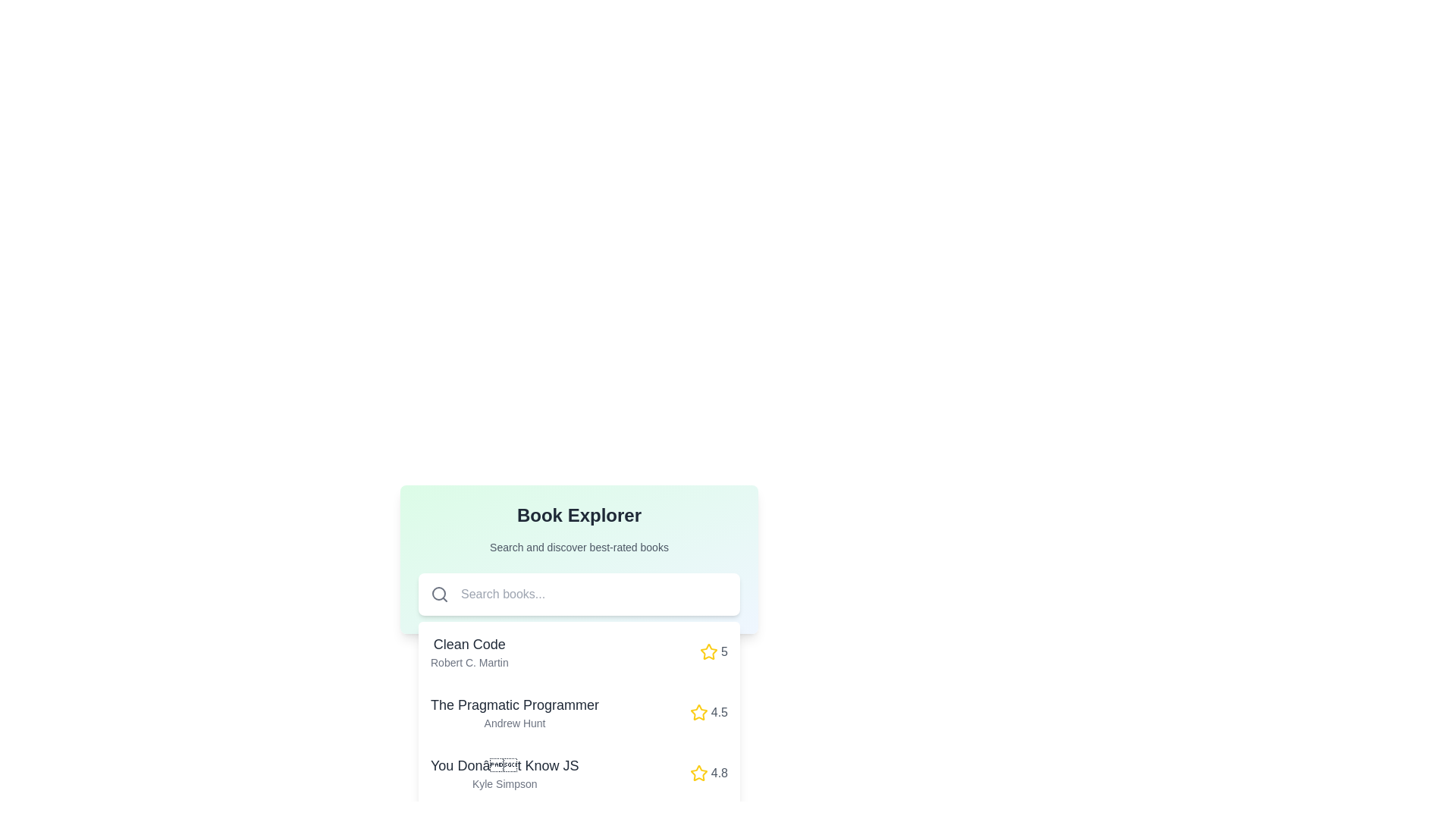 Image resolution: width=1456 pixels, height=819 pixels. Describe the element at coordinates (515, 713) in the screenshot. I see `the text label displaying 'The Pragmatic Programmer' by 'Andrew Hunt' in the Book Explorer section` at that location.